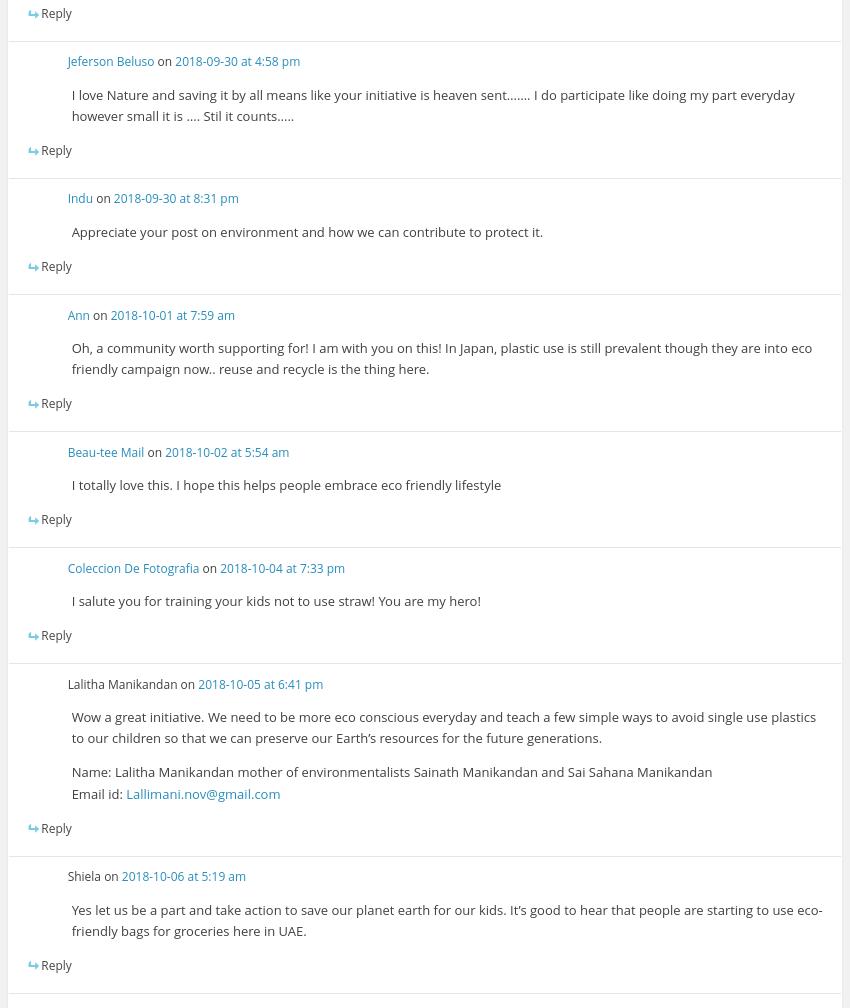  Describe the element at coordinates (120, 683) in the screenshot. I see `'Lalitha Manikandan'` at that location.